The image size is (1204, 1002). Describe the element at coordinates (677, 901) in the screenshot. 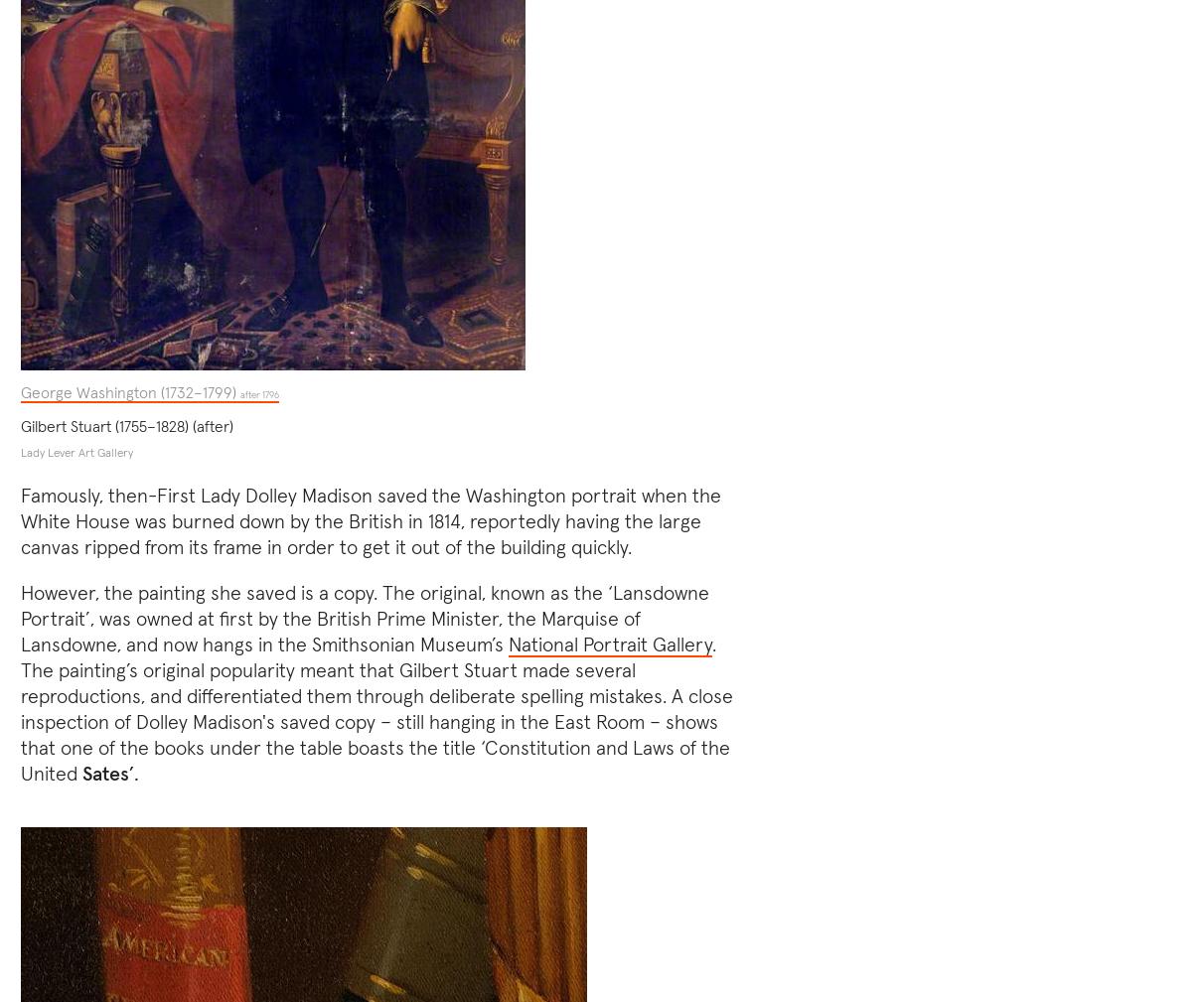

I see `'Privacy policy'` at that location.